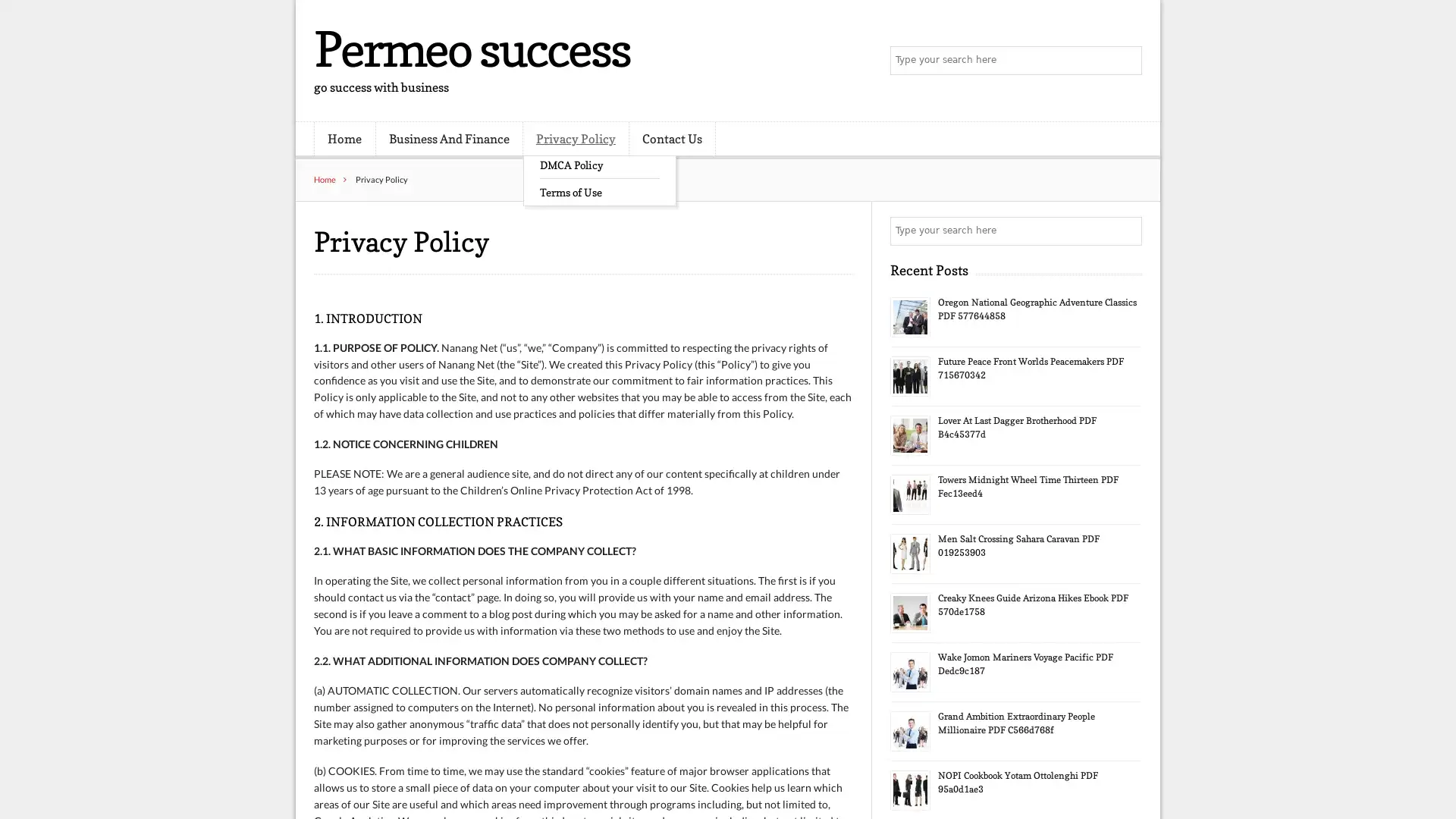 The height and width of the screenshot is (819, 1456). What do you see at coordinates (1126, 231) in the screenshot?
I see `Search` at bounding box center [1126, 231].